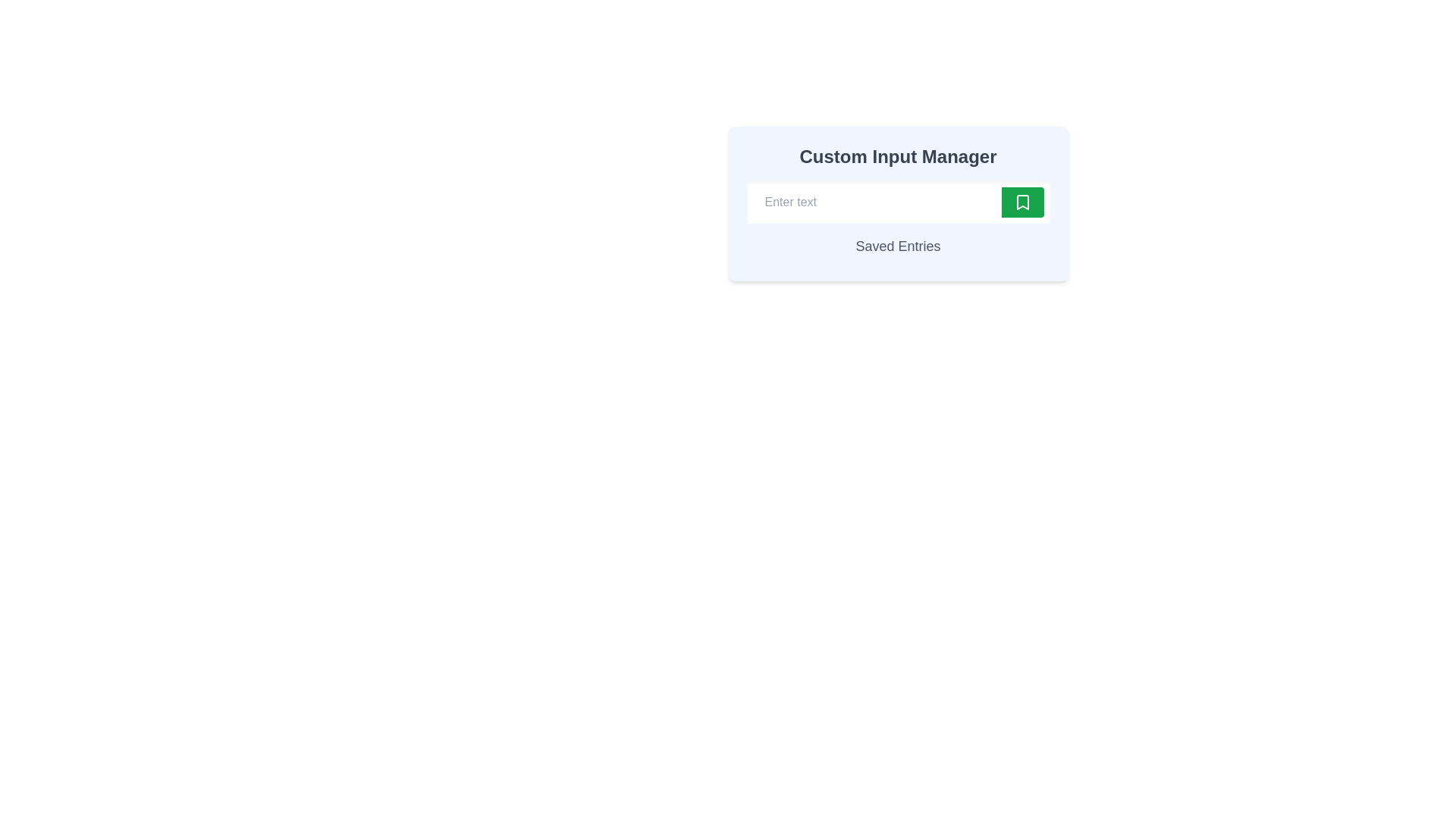  Describe the element at coordinates (898, 245) in the screenshot. I see `the 'Saved Entries' text label located at the bottom center of the 'Custom Input Manager' section` at that location.